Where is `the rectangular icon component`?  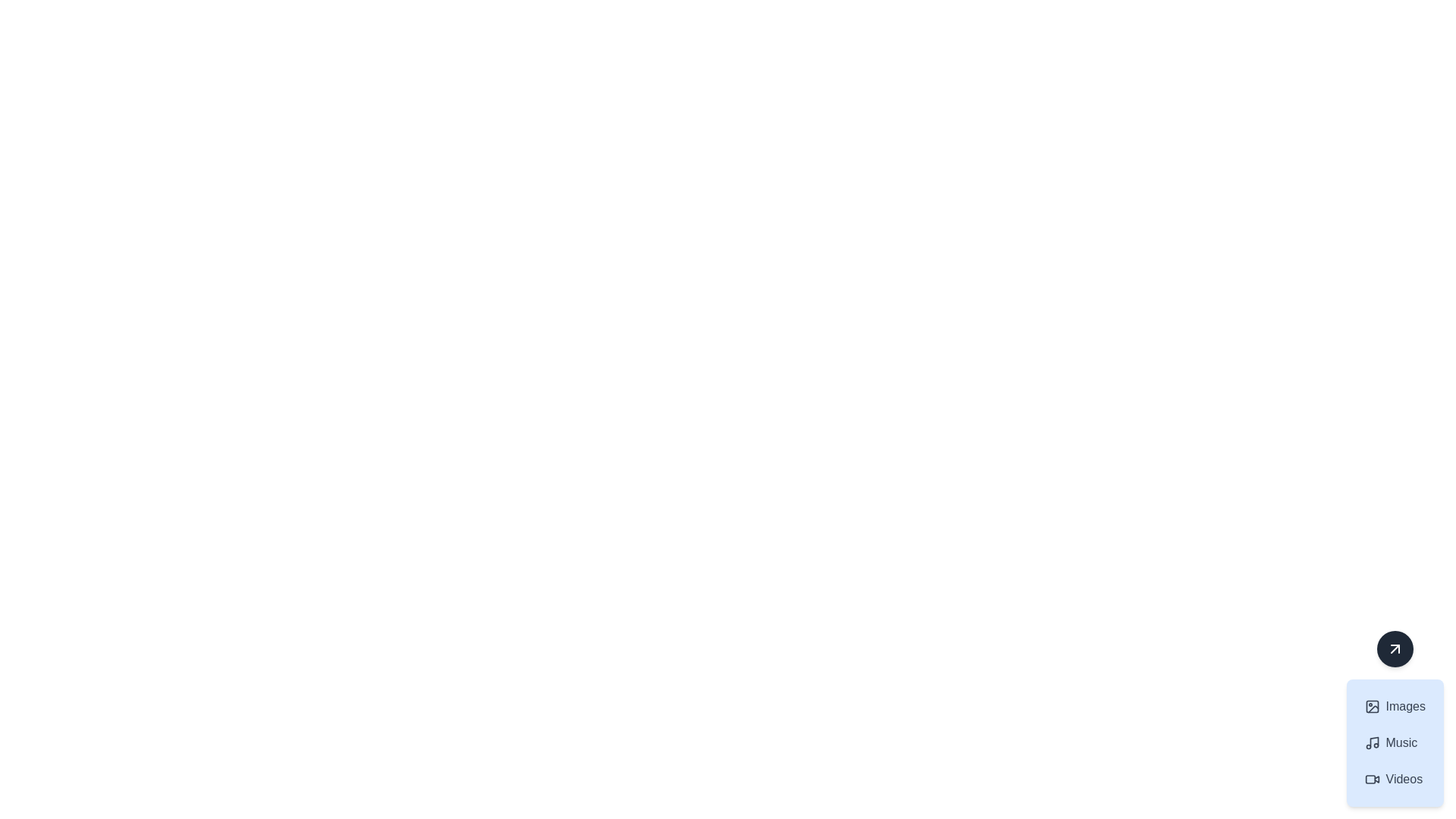
the rectangular icon component is located at coordinates (1372, 707).